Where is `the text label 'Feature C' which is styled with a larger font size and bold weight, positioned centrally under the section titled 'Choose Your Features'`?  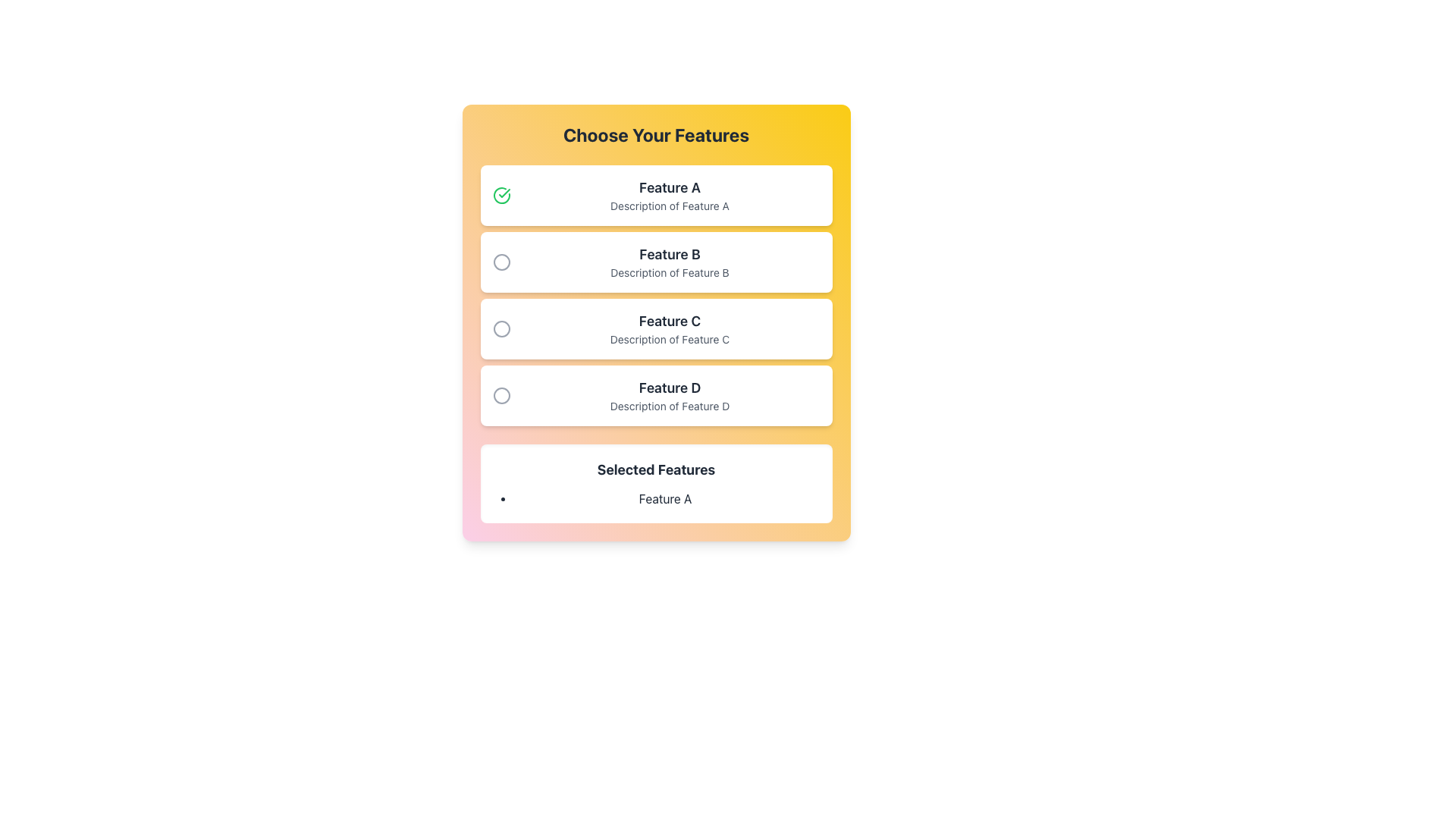
the text label 'Feature C' which is styled with a larger font size and bold weight, positioned centrally under the section titled 'Choose Your Features' is located at coordinates (669, 321).